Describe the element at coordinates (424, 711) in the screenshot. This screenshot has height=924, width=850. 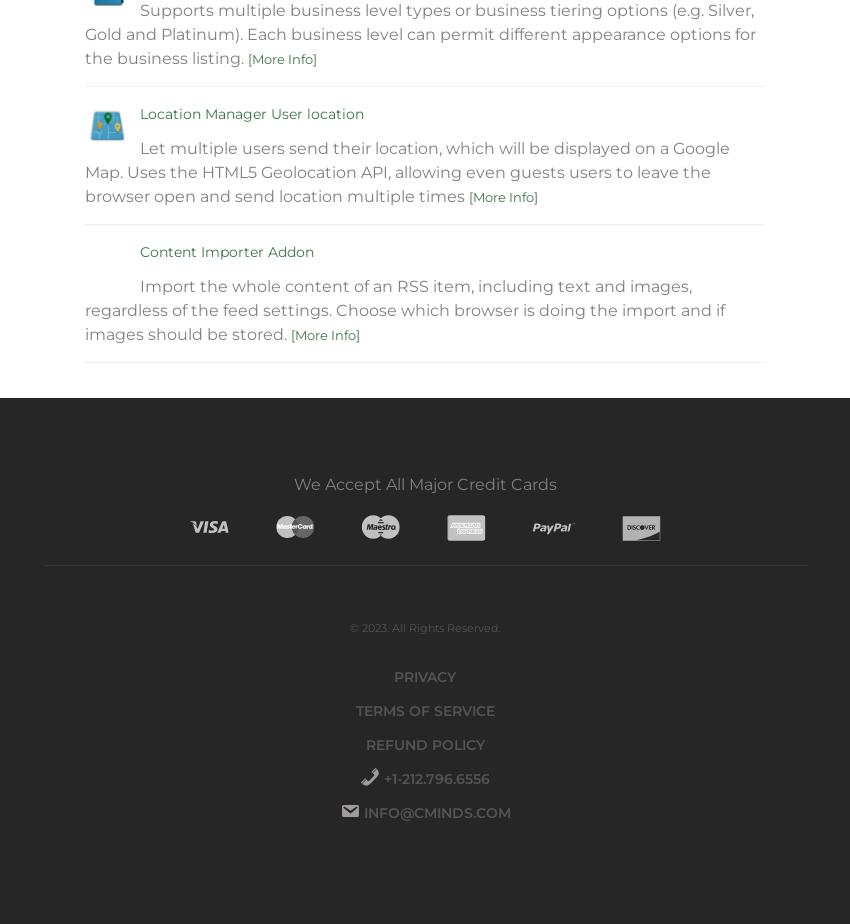
I see `'Terms of Service'` at that location.